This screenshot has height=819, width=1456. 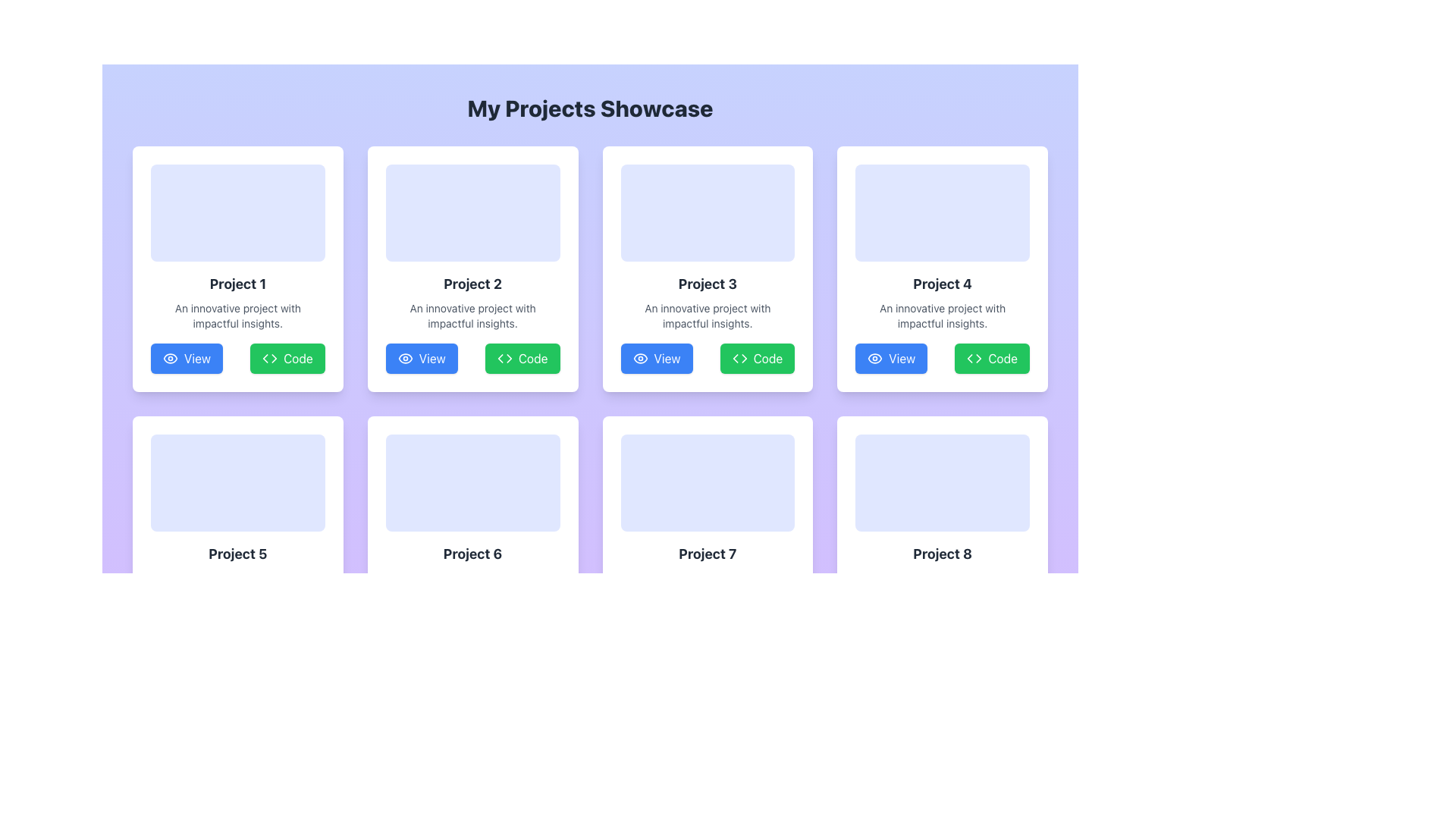 I want to click on the eye icon within the 'View' button located in the first project card at the top left of the grid, so click(x=171, y=359).